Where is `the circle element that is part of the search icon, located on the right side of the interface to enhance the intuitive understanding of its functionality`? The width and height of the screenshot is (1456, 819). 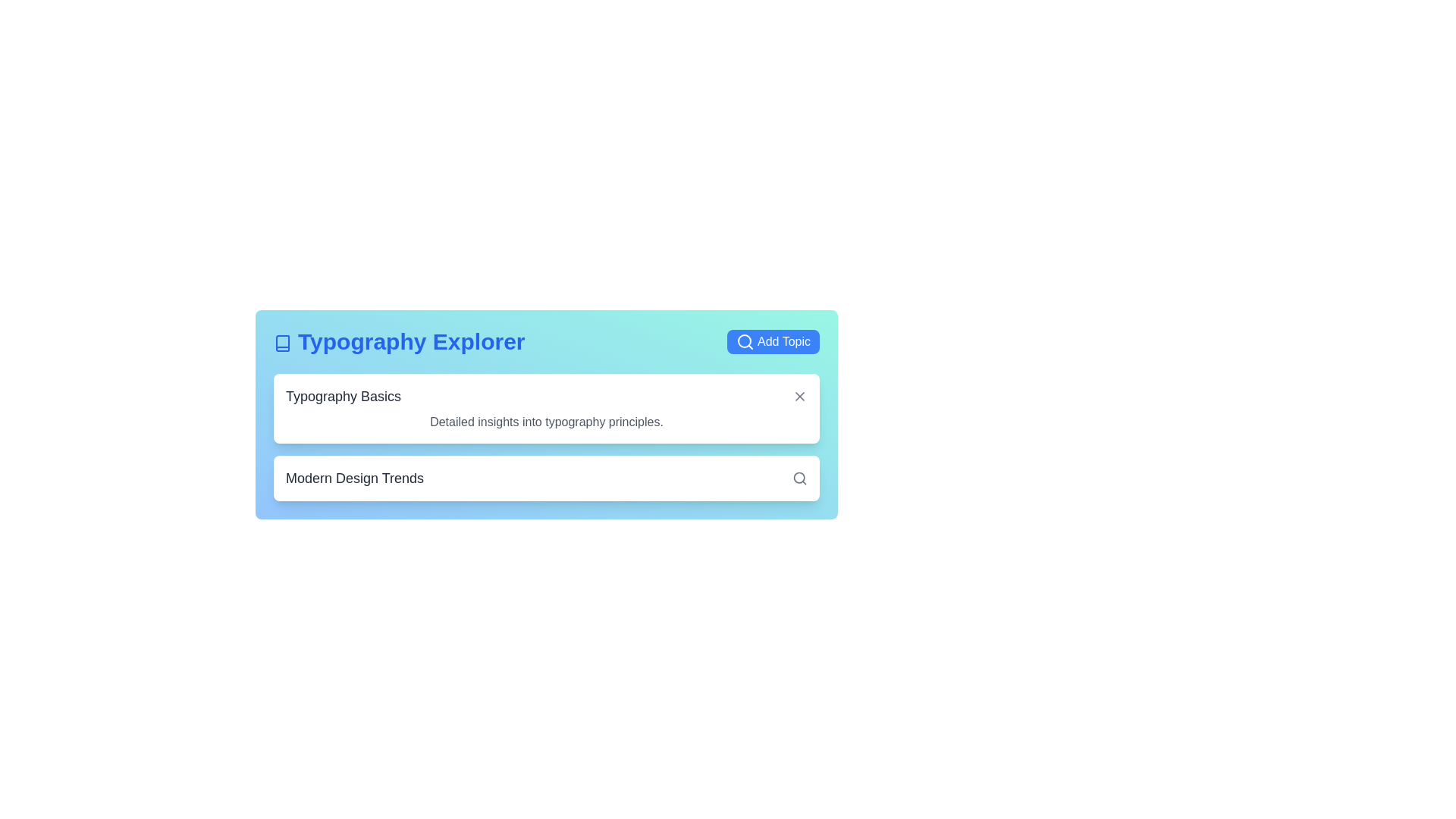
the circle element that is part of the search icon, located on the right side of the interface to enhance the intuitive understanding of its functionality is located at coordinates (799, 478).